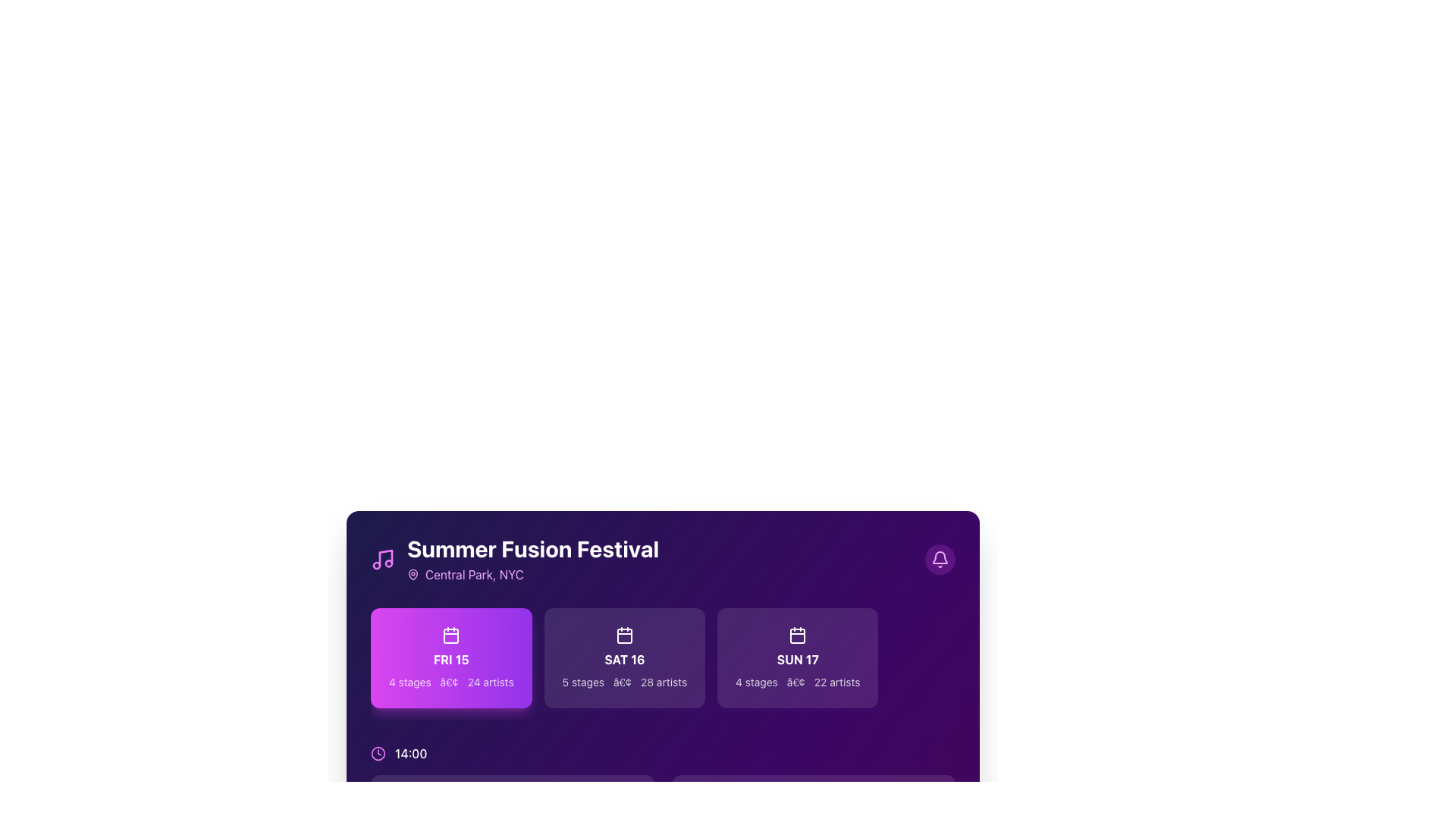 The width and height of the screenshot is (1456, 819). What do you see at coordinates (757, 681) in the screenshot?
I see `the text label displaying '4 stages' located in the bottom left part of the card titled 'SUN 17', positioned to the left of the bullet symbol and the text '22 artists'` at bounding box center [757, 681].